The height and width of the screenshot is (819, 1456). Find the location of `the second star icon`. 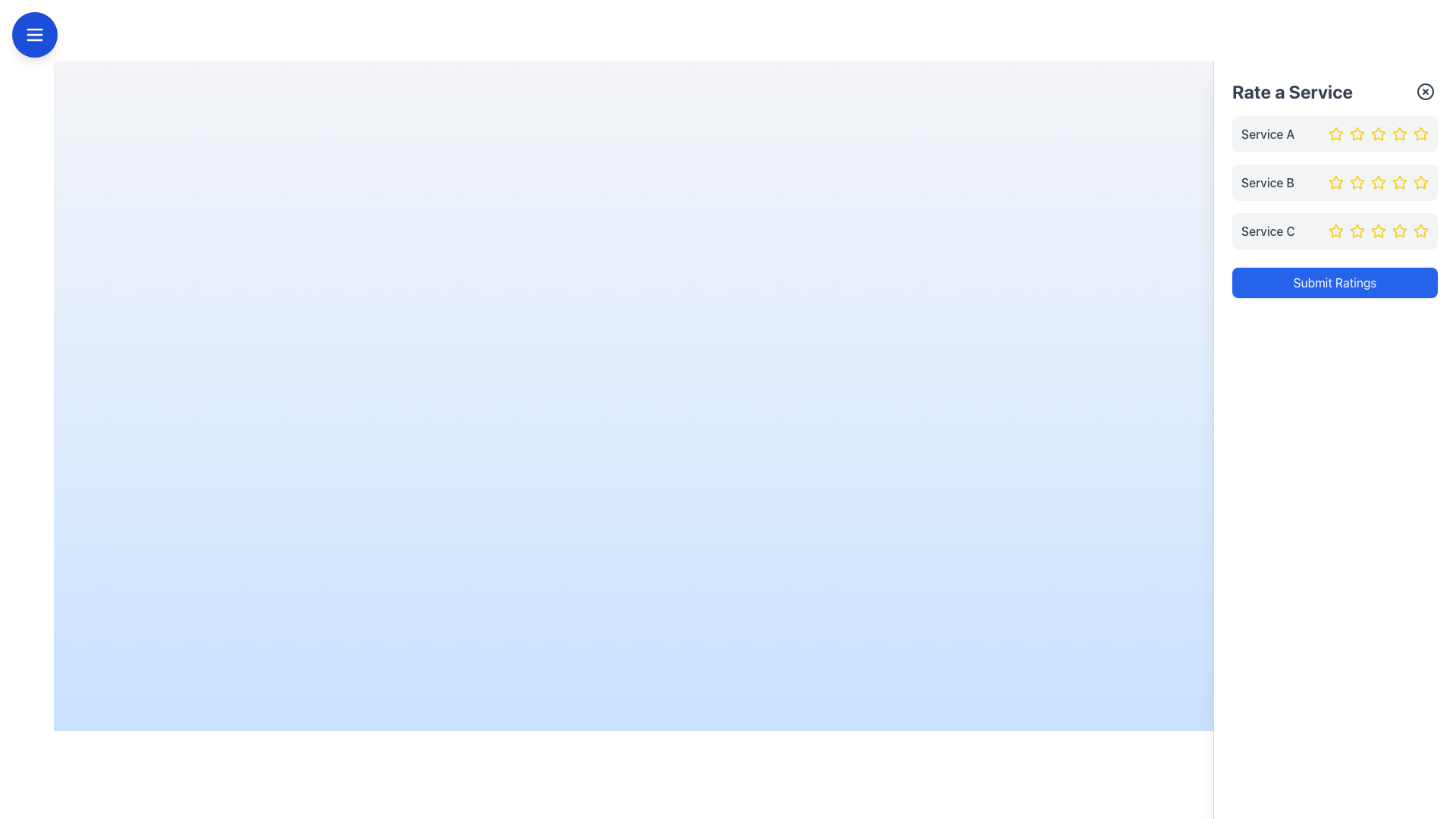

the second star icon is located at coordinates (1357, 231).